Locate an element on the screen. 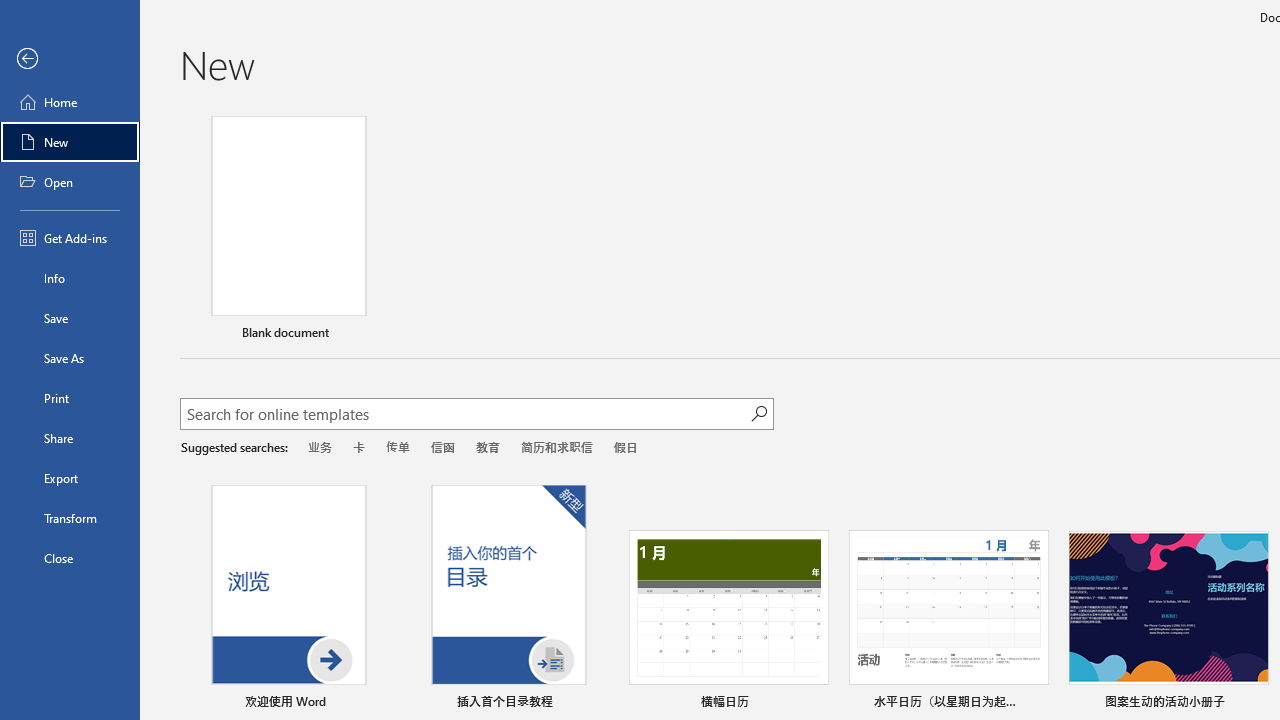 The image size is (1280, 720). 'Open' is located at coordinates (69, 182).